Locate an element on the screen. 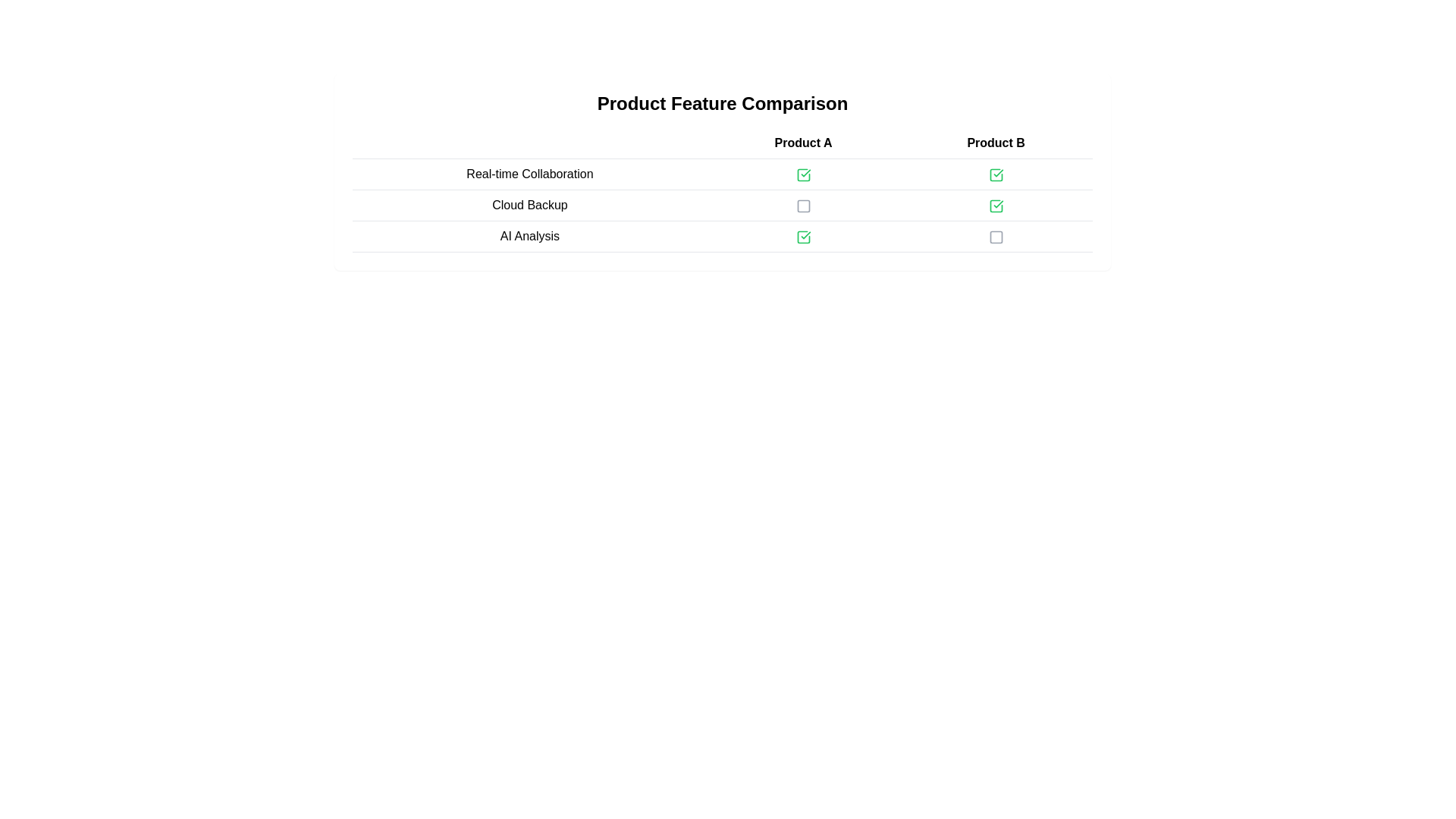  small square icon with a green border and a green checkmark in the second column of the first row in the 'Real-time Collaboration' comparison table is located at coordinates (996, 174).